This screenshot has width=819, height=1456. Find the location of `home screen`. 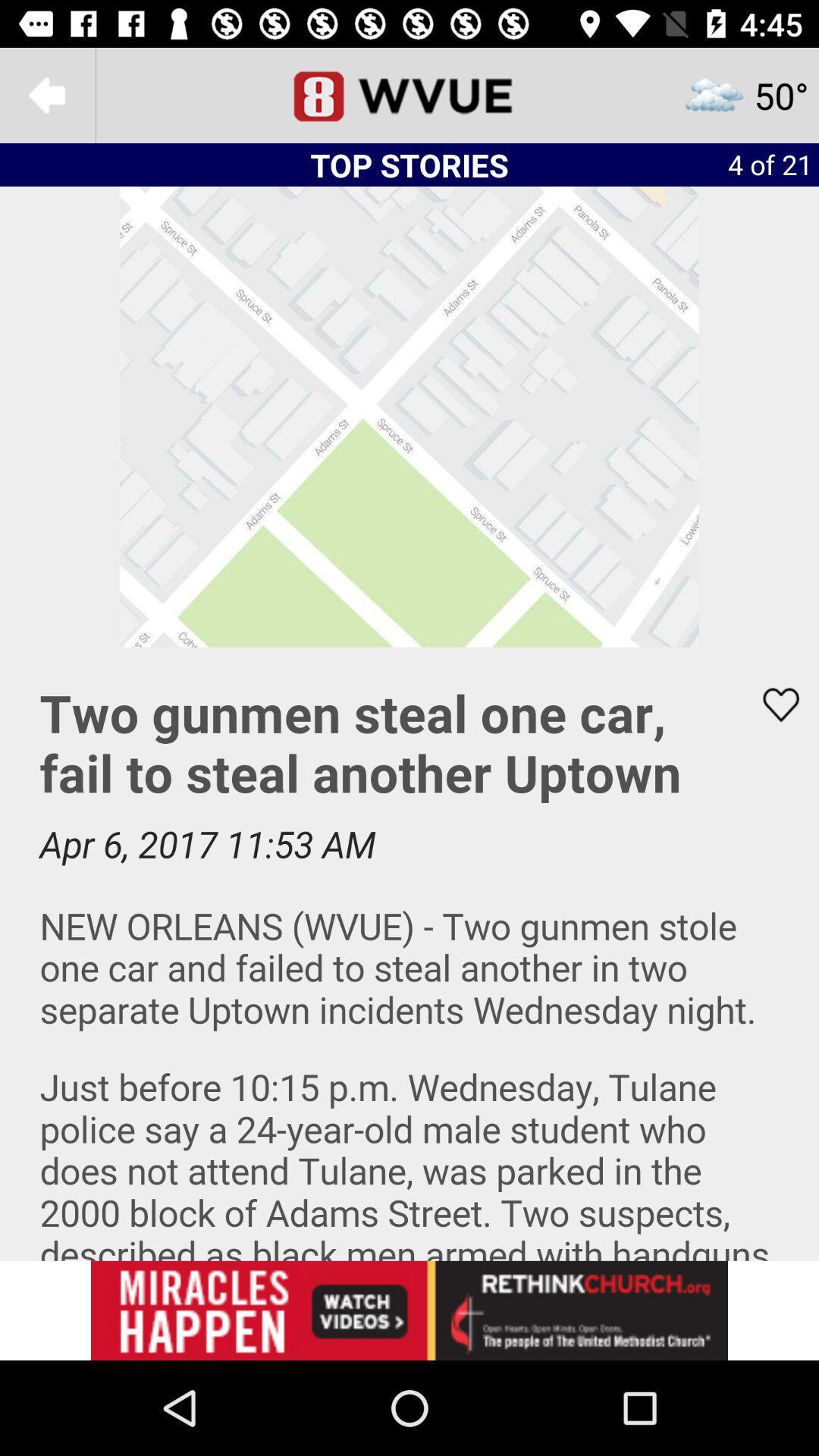

home screen is located at coordinates (409, 94).